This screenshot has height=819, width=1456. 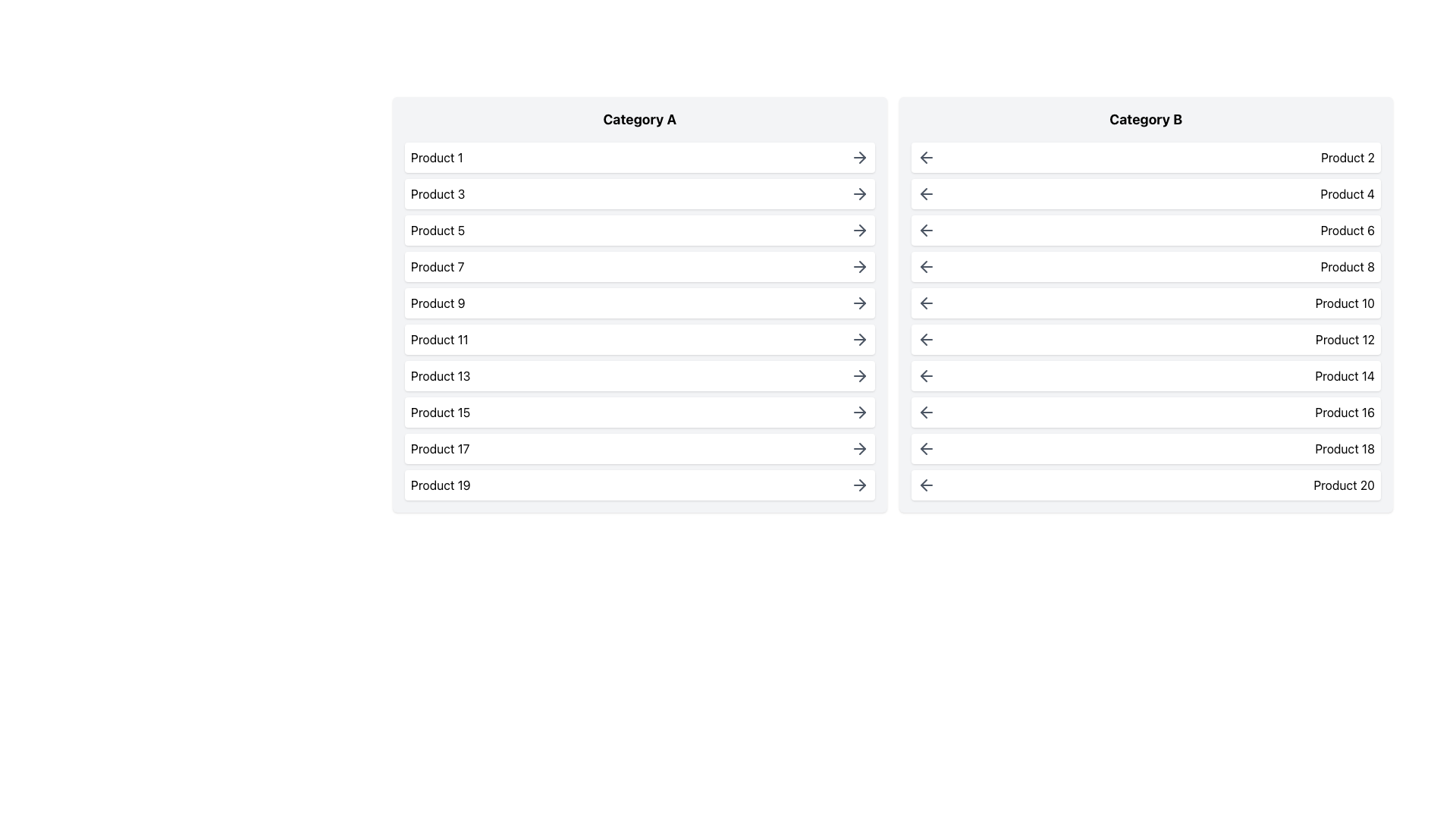 I want to click on text of the bold heading labeled 'Category B', which is located at the top center of the panel titled 'Category B', so click(x=1146, y=119).